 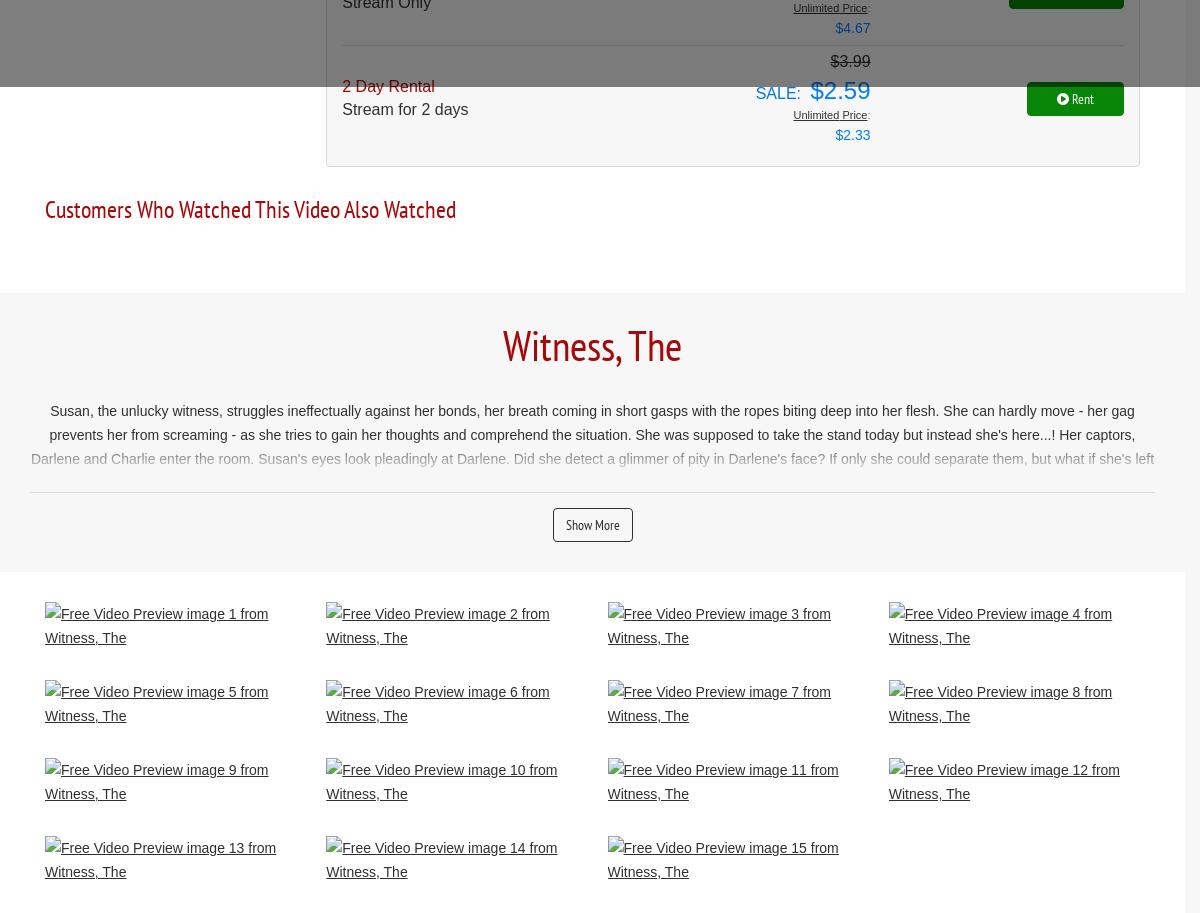 I want to click on 'Stream for 2 days', so click(x=405, y=108).